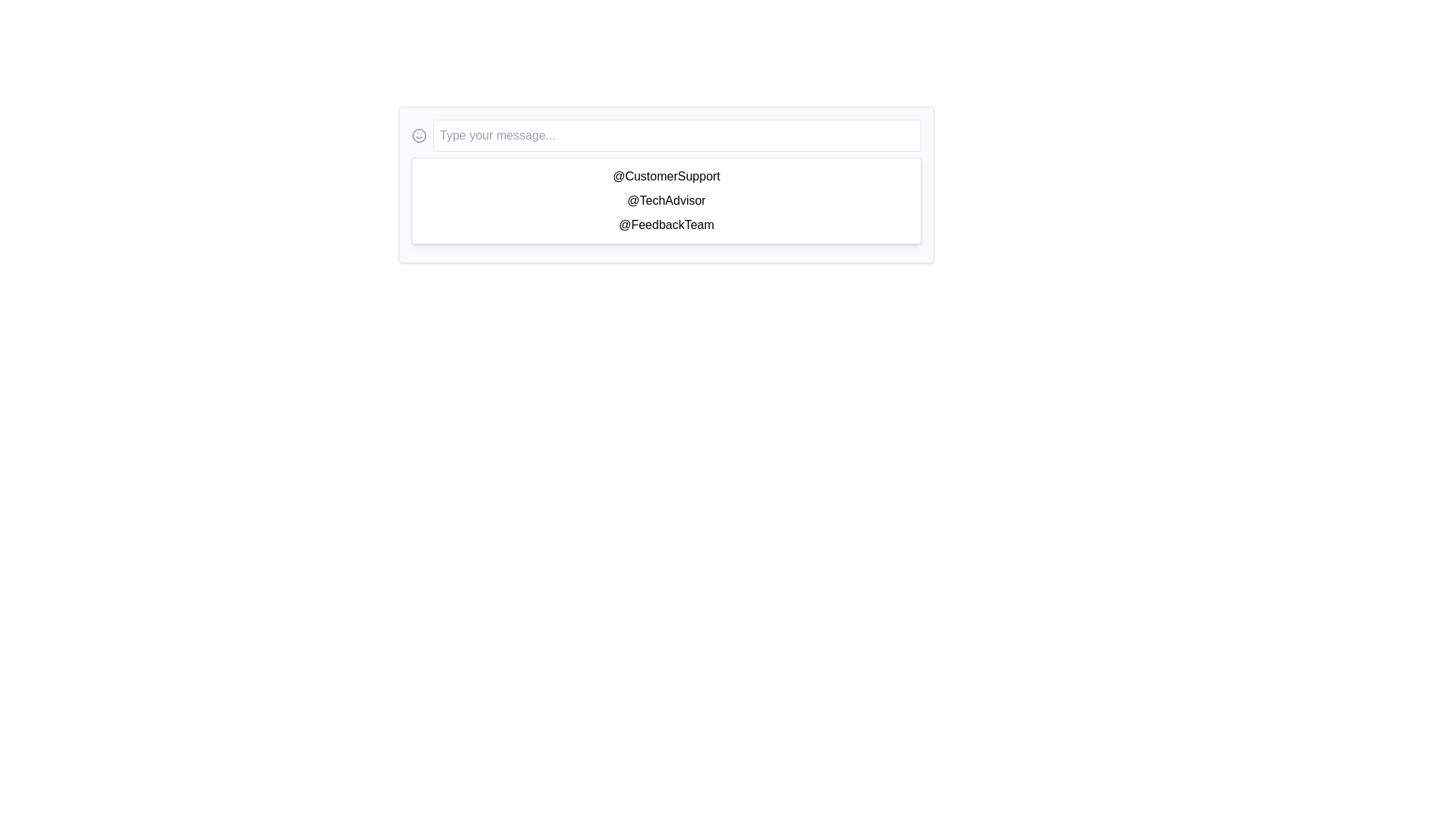 This screenshot has height=819, width=1456. I want to click on the label in the vertically-stacked list of selectable labels, which includes @CustomerSupport, @TechAdvisor, and @FeedbackTeam, so click(666, 184).